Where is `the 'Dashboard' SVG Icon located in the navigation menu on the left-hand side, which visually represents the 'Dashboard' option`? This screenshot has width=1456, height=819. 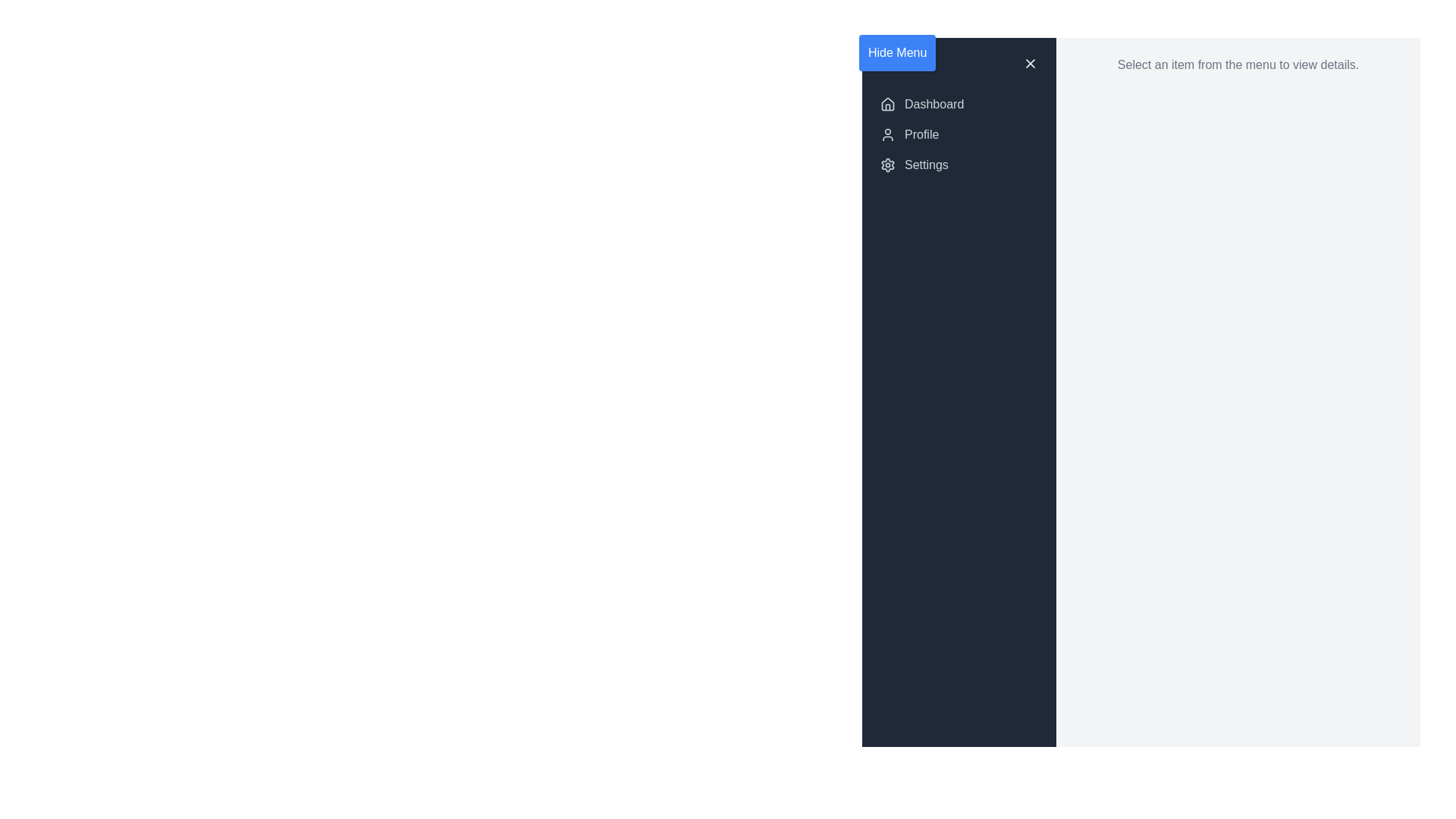 the 'Dashboard' SVG Icon located in the navigation menu on the left-hand side, which visually represents the 'Dashboard' option is located at coordinates (888, 104).